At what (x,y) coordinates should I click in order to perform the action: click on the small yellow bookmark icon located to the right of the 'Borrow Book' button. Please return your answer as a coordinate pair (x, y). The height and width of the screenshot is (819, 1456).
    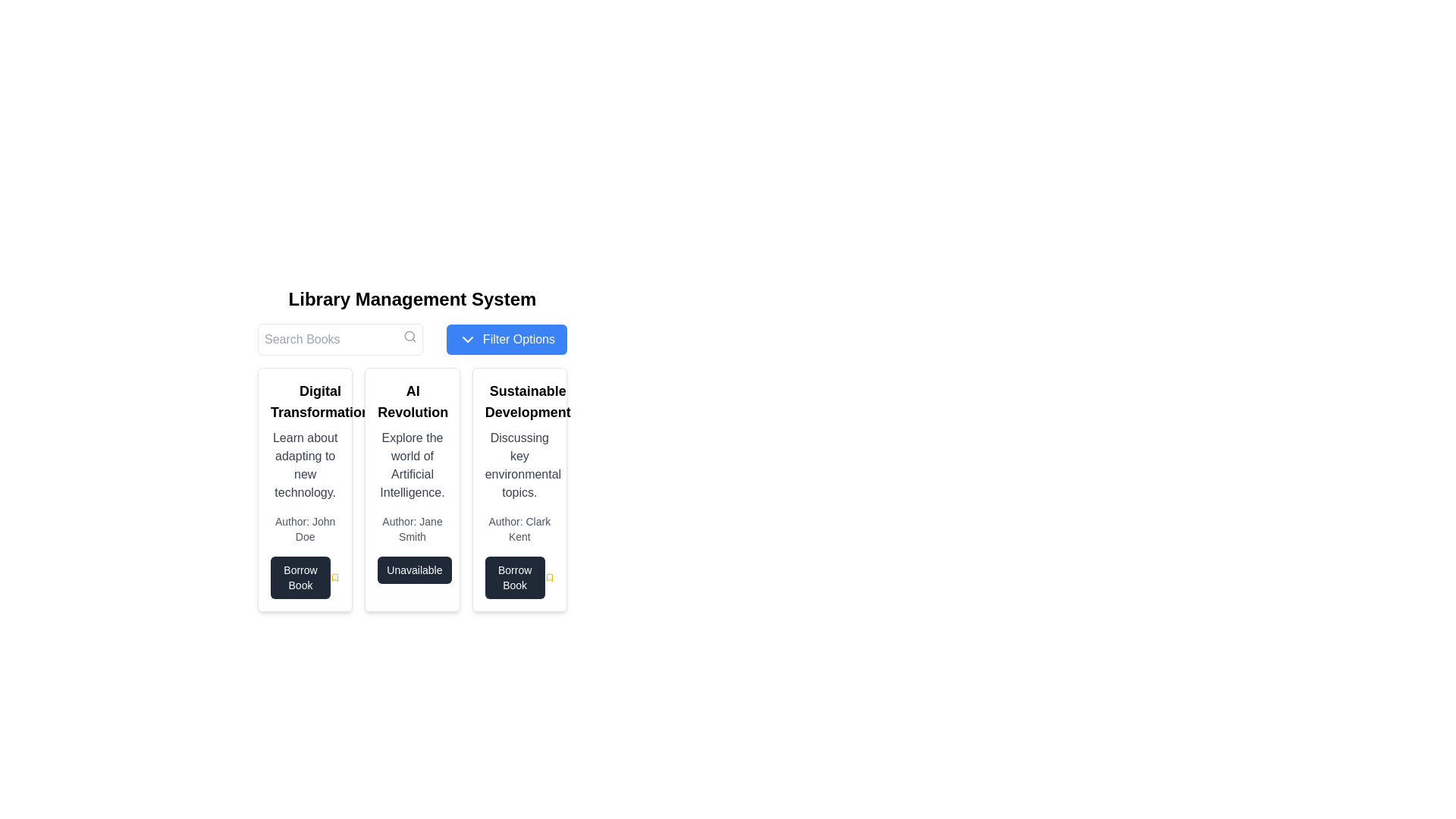
    Looking at the image, I should click on (548, 578).